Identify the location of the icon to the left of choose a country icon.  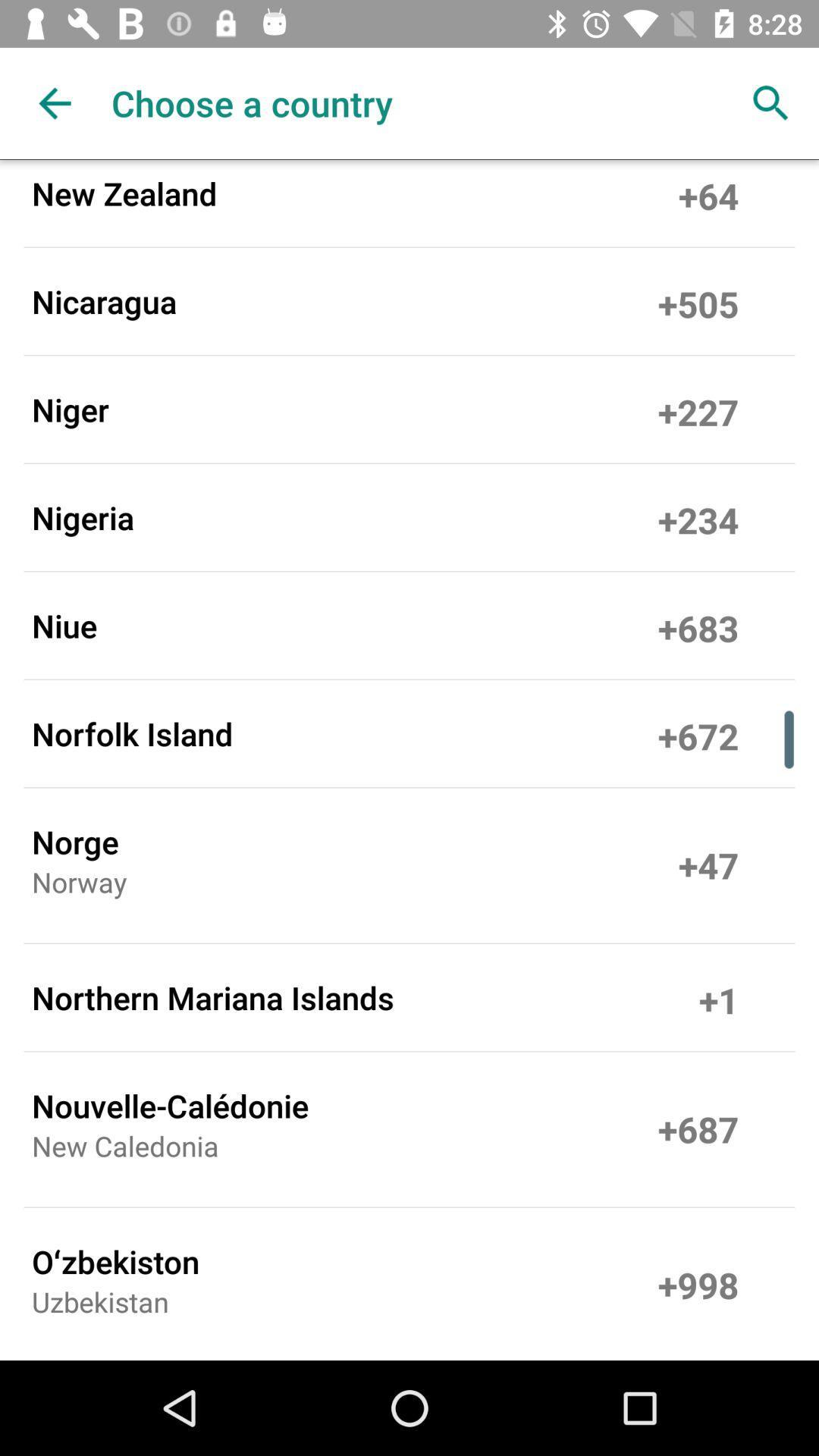
(55, 102).